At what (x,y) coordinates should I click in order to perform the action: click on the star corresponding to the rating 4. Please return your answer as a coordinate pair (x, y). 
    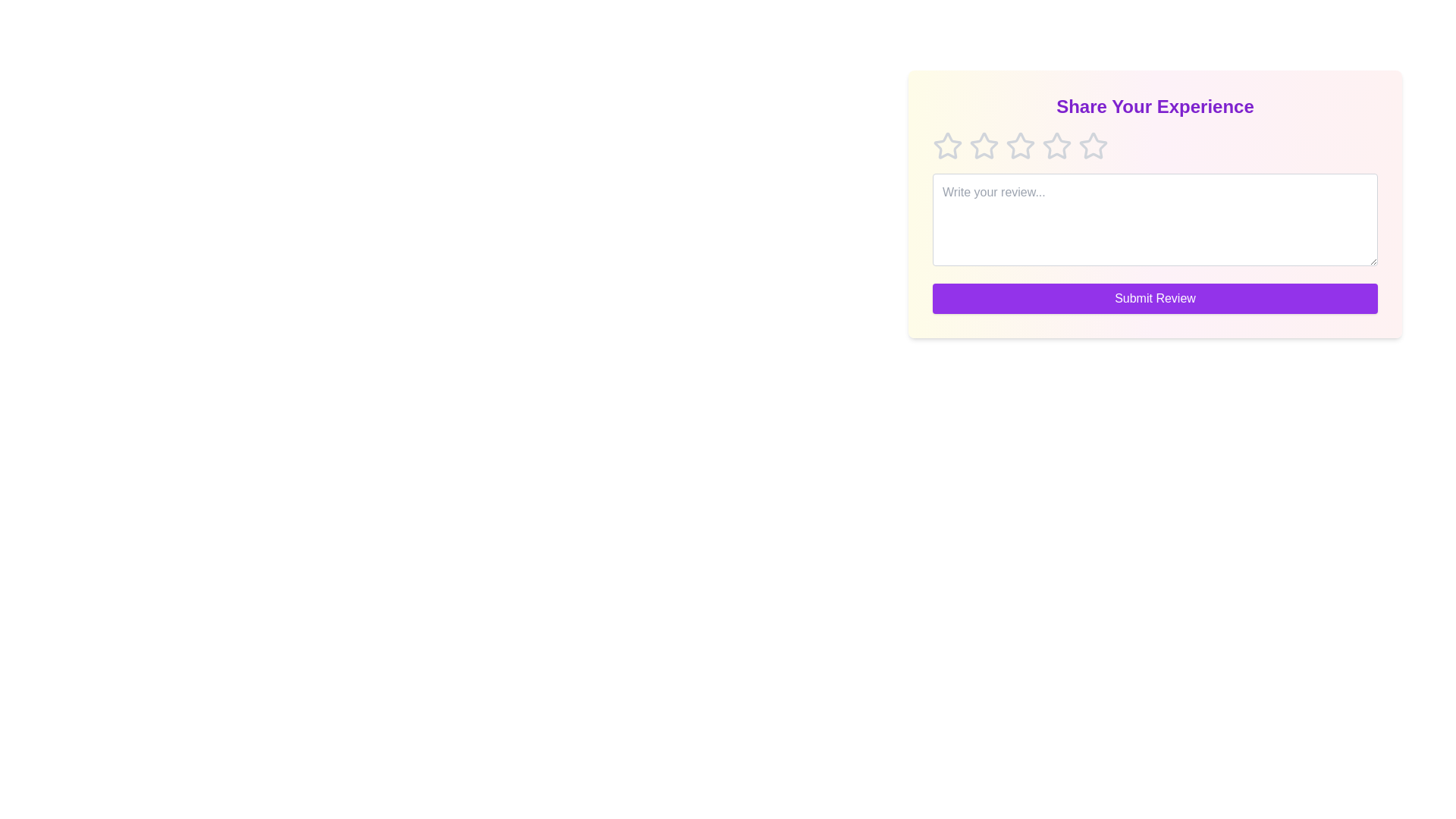
    Looking at the image, I should click on (1056, 146).